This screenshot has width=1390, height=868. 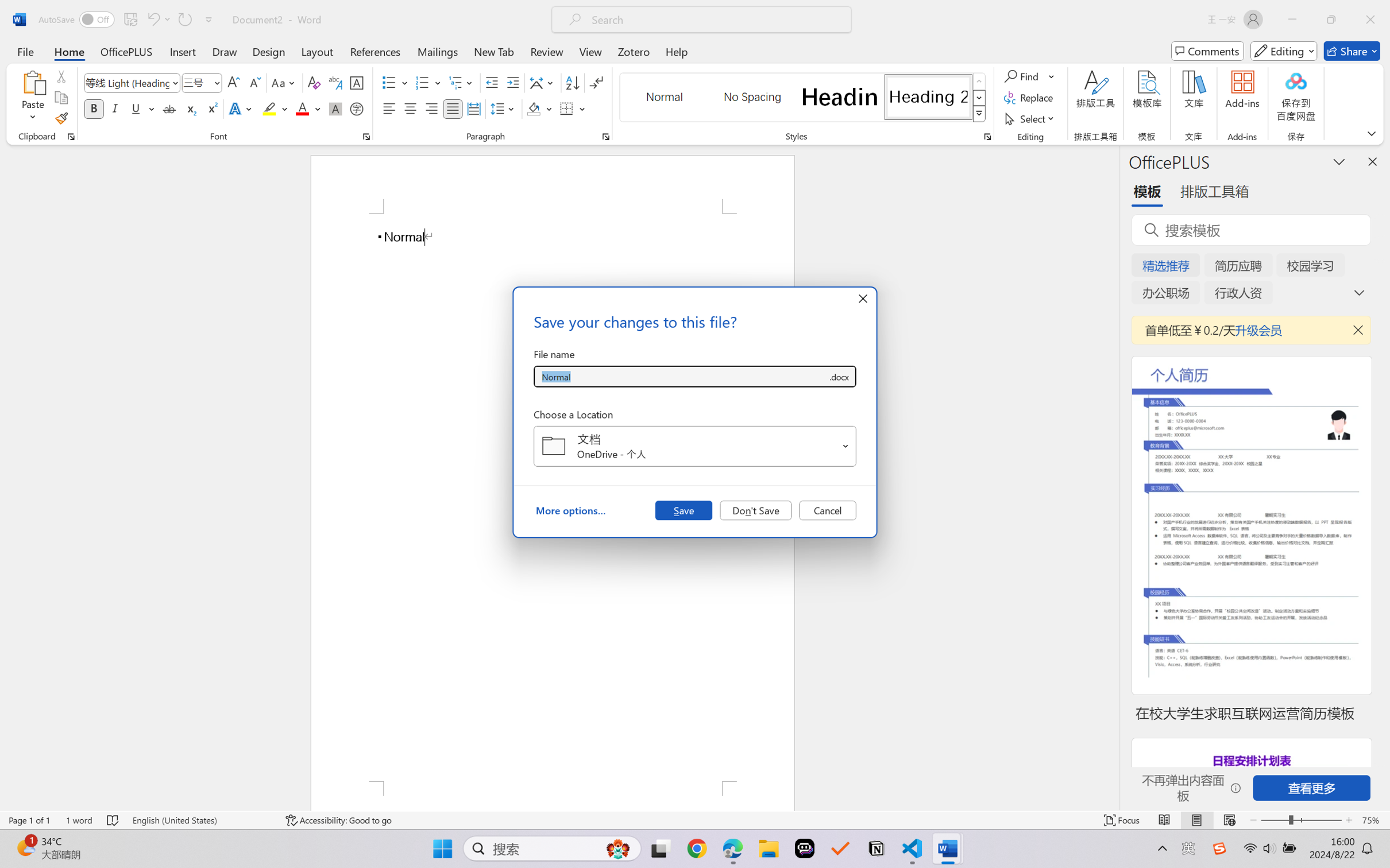 What do you see at coordinates (1029, 75) in the screenshot?
I see `'Find'` at bounding box center [1029, 75].